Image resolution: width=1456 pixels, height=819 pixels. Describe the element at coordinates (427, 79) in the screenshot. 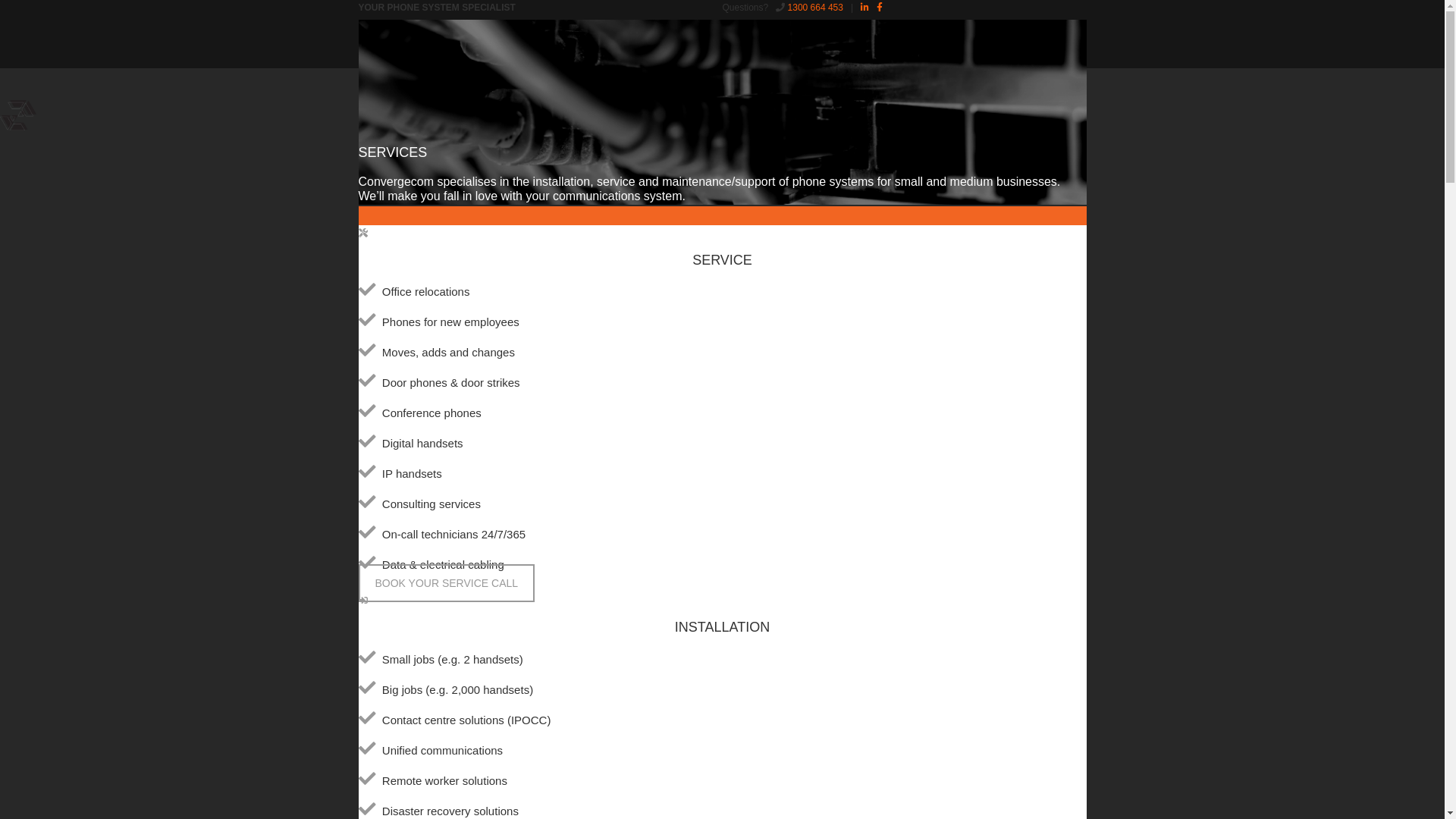

I see `'ABOUT'` at that location.